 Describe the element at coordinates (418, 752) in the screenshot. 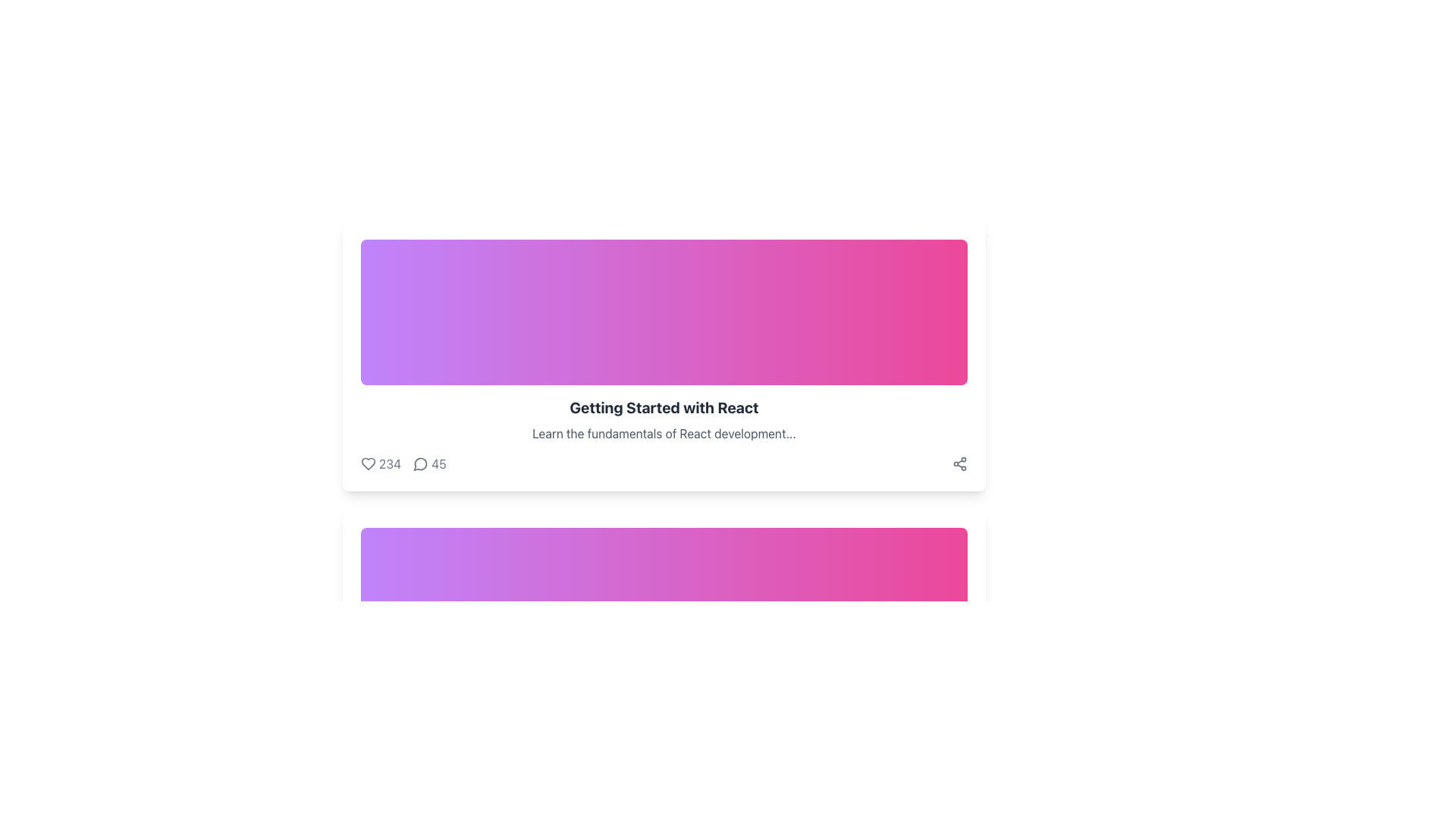

I see `graphical icon resembling a dialogue or comment bubble, which is styled with thin lines and positioned centrally in the footer section, for design or development purposes` at that location.